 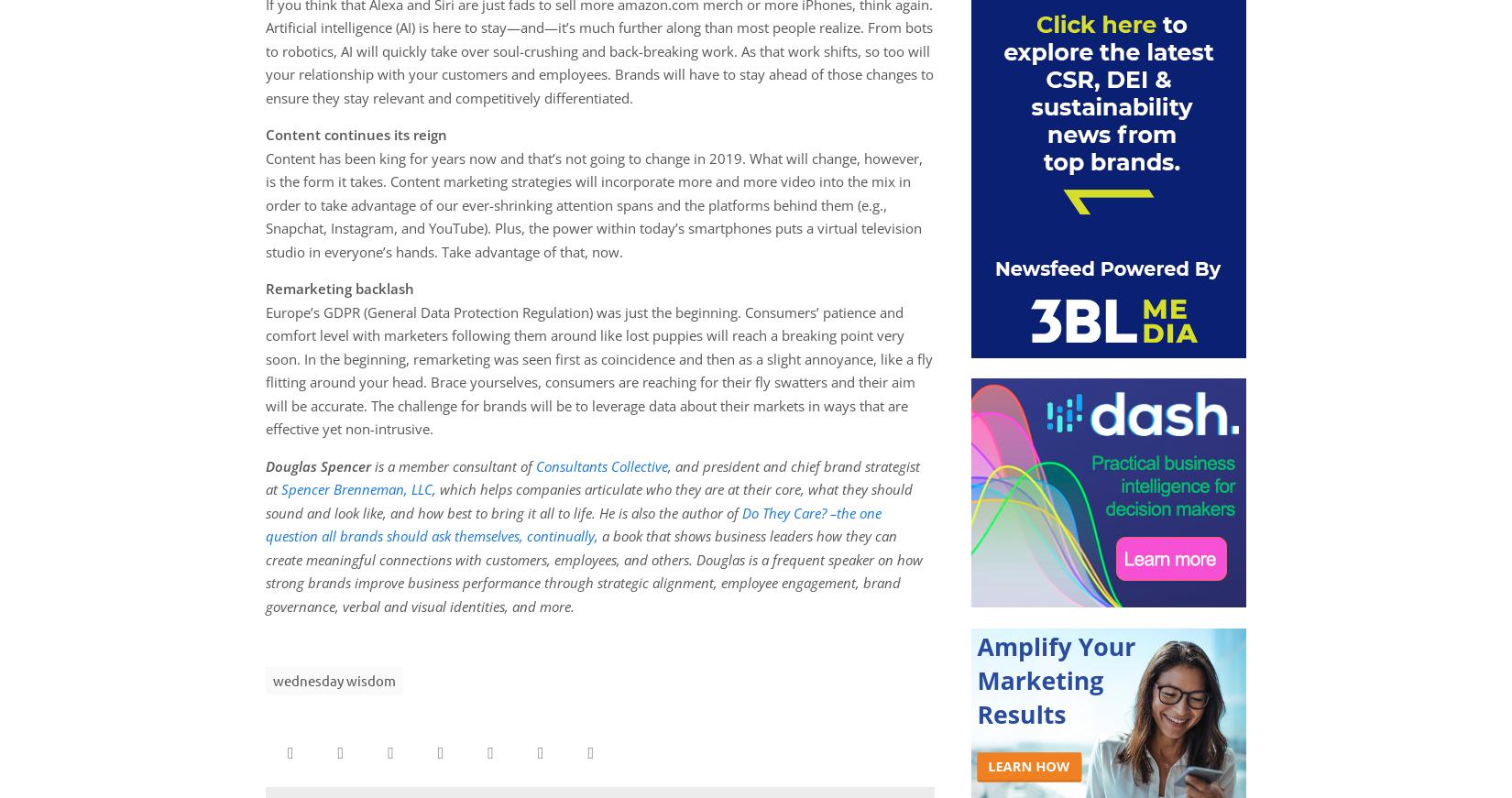 What do you see at coordinates (598, 368) in the screenshot?
I see `'Europe’s GDPR (General Data Protection Regulation) was just the beginning. Consumers’ patience and comfort level with marketers following them around like lost puppies will reach a breaking point very soon. In the beginning, remarketing was seen first as coincidence and then as a slight annoyance, like a fly flitting around your head. Brace yourselves, consumers are reaching for their fly swatters and their aim will be accurate. The challenge for brands will be to leverage data about their markets in ways that are effective yet non-intrusive.'` at bounding box center [598, 368].